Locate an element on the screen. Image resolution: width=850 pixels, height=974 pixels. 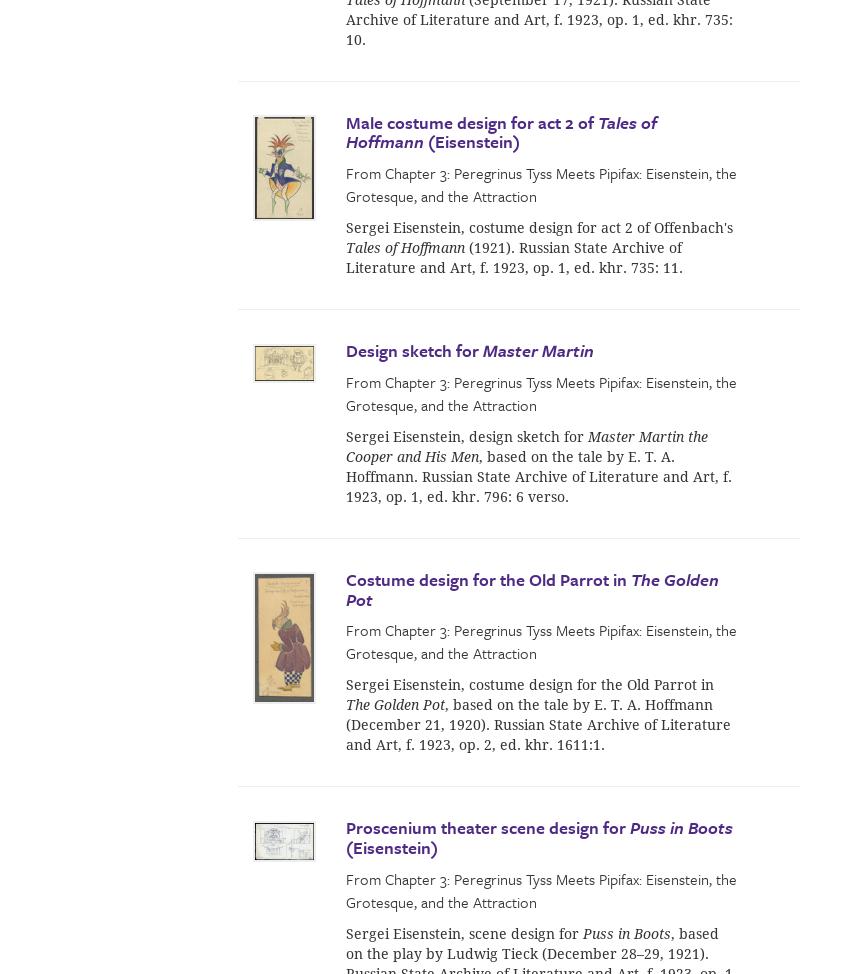
'Design sketch for' is located at coordinates (414, 350).